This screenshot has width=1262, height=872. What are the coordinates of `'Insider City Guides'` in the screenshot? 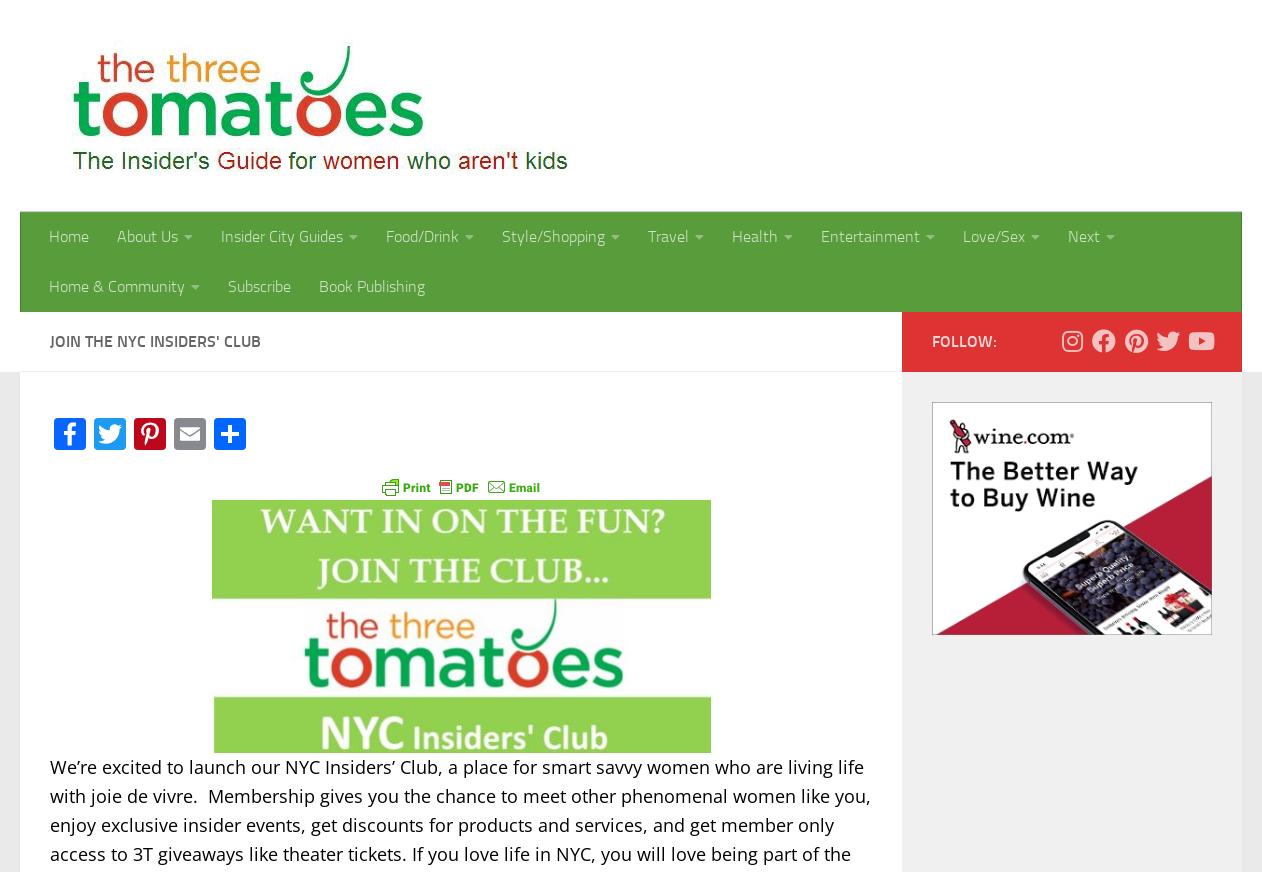 It's located at (281, 235).